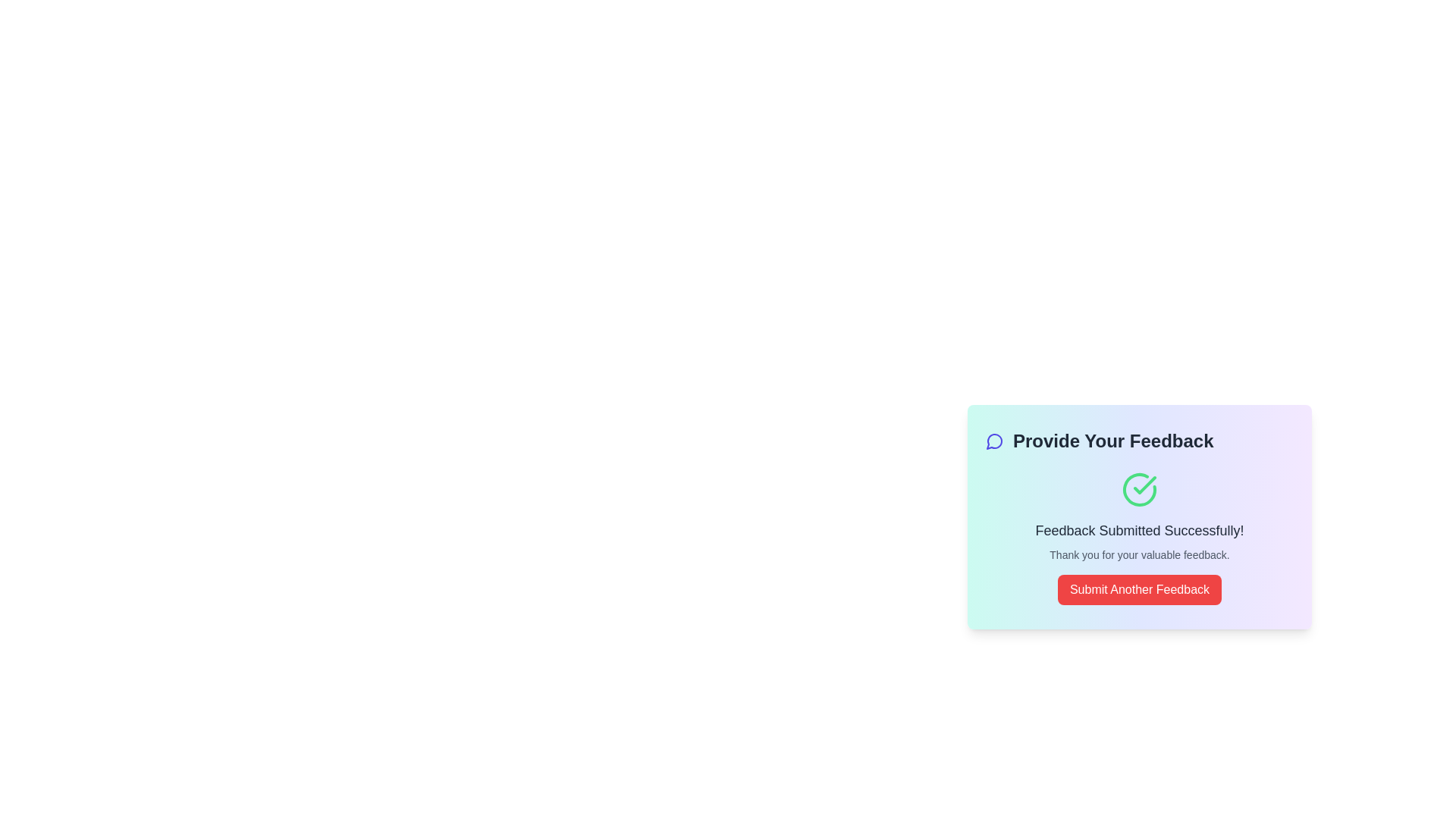 The height and width of the screenshot is (819, 1456). What do you see at coordinates (1139, 489) in the screenshot?
I see `the circular green checkmark icon located in the feedback confirmation card, positioned above the text 'Feedback Submitted Successfully!'` at bounding box center [1139, 489].